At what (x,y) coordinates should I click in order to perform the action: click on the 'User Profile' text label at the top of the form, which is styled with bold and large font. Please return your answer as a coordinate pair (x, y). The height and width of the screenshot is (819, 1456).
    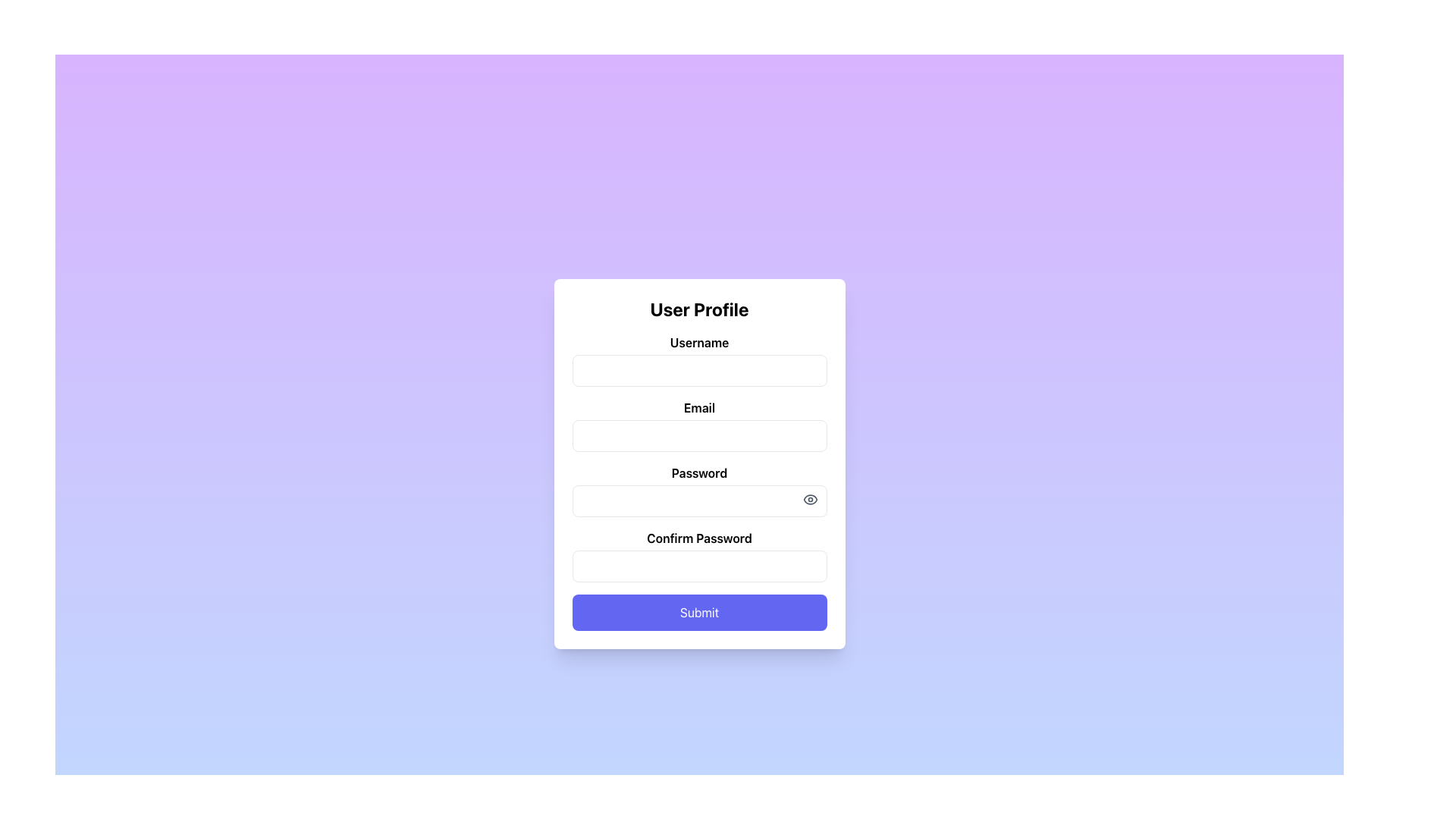
    Looking at the image, I should click on (698, 309).